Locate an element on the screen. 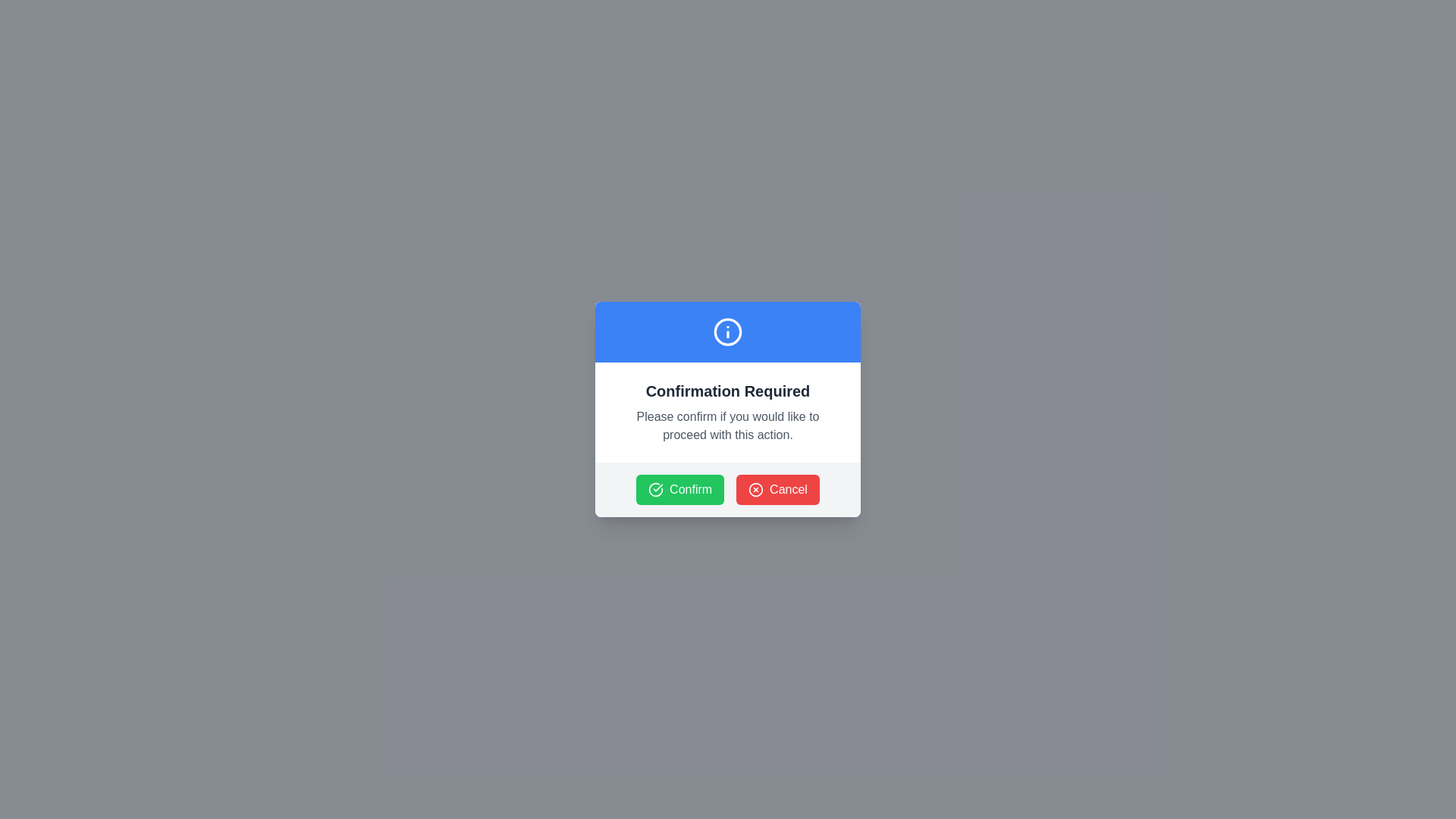  the SVG circle element, which is styled without any visible color or fill and is centered within the modal dialog above the title 'Confirmation Required' is located at coordinates (756, 489).